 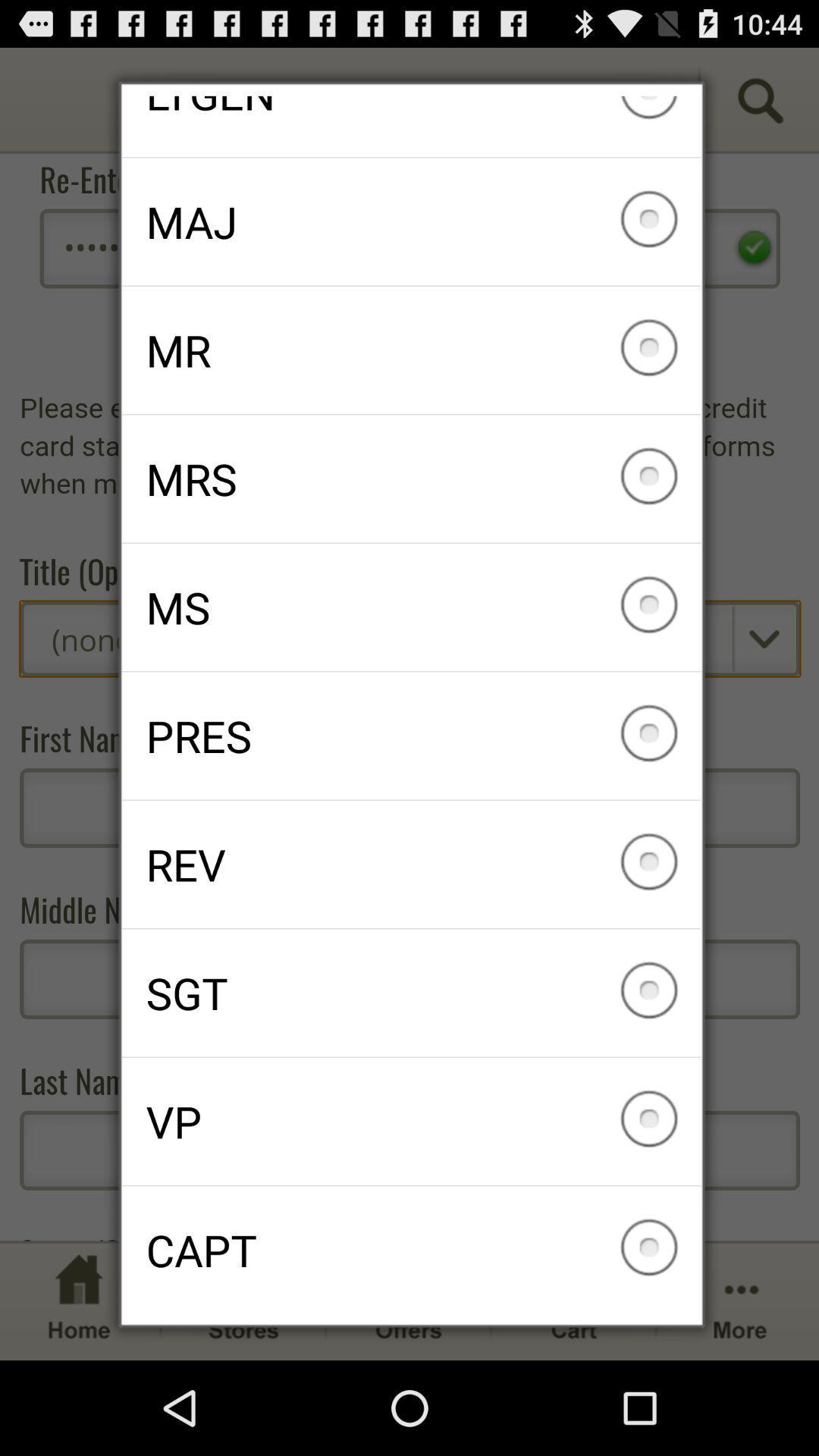 I want to click on ms icon, so click(x=411, y=607).